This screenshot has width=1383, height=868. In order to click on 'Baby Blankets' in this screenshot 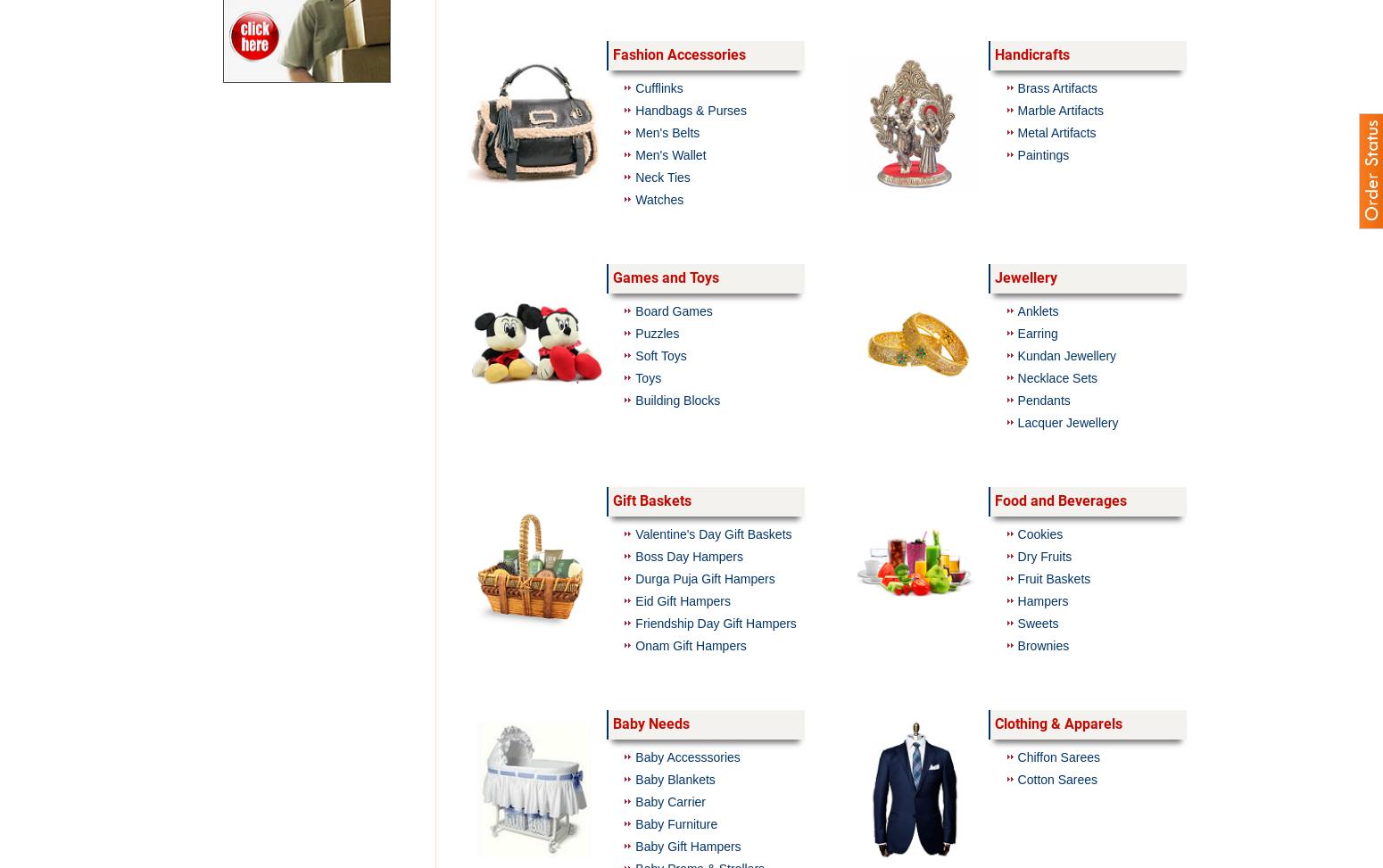, I will do `click(675, 780)`.